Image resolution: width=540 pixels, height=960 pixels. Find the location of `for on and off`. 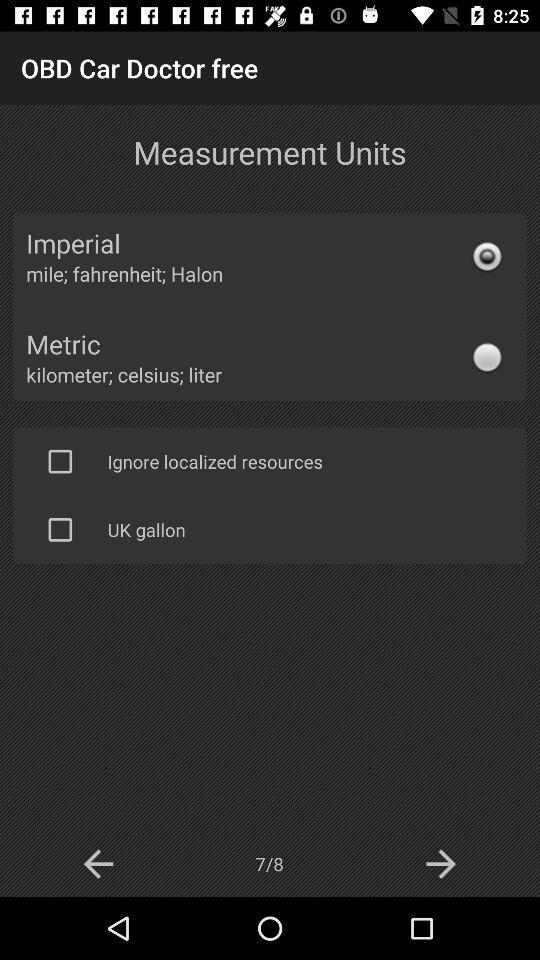

for on and off is located at coordinates (60, 528).